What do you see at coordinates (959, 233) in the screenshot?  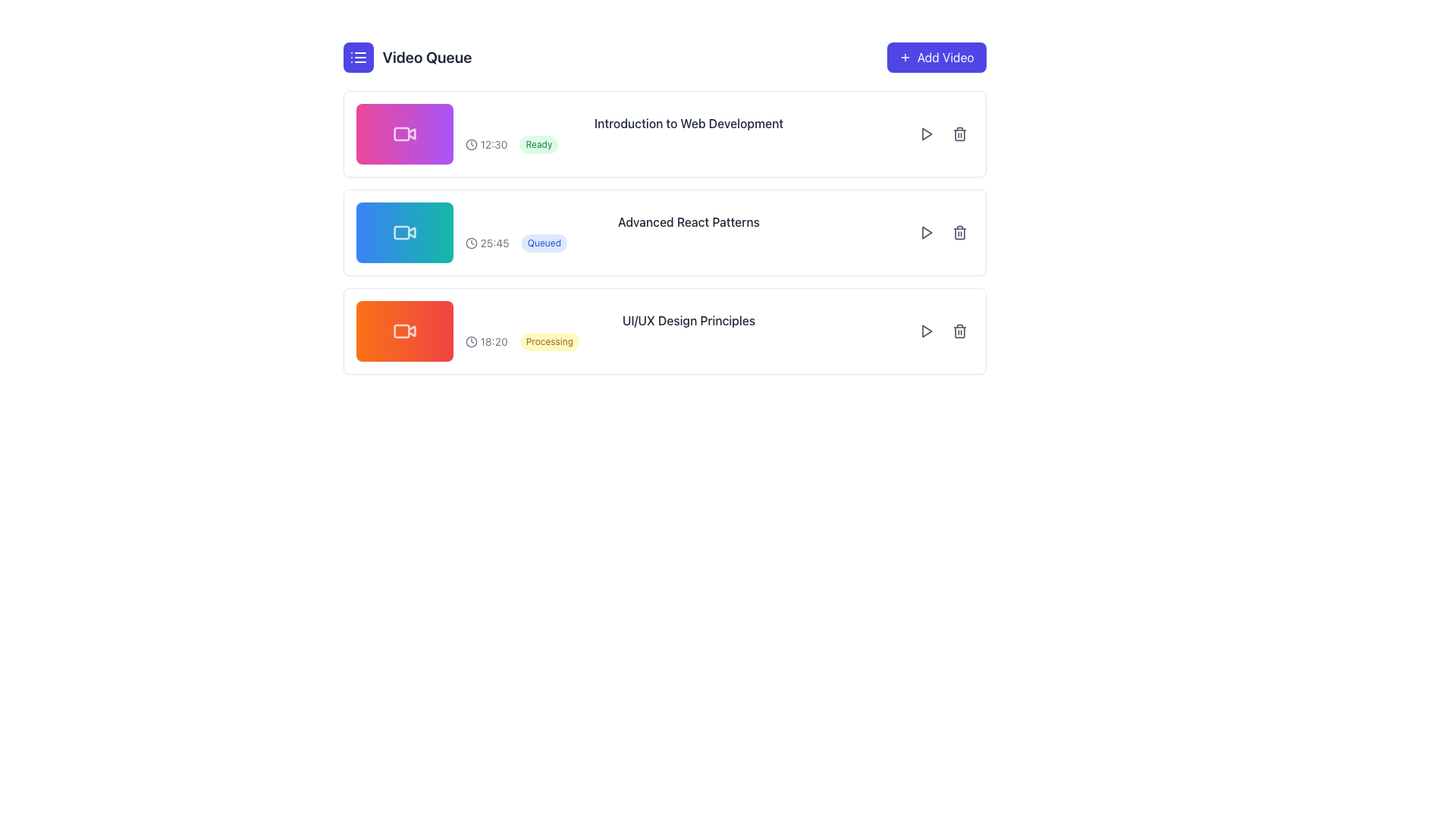 I see `the trash can icon button with a thin, rounded outline located at the end of the second list item for 'Advanced React Patterns'` at bounding box center [959, 233].